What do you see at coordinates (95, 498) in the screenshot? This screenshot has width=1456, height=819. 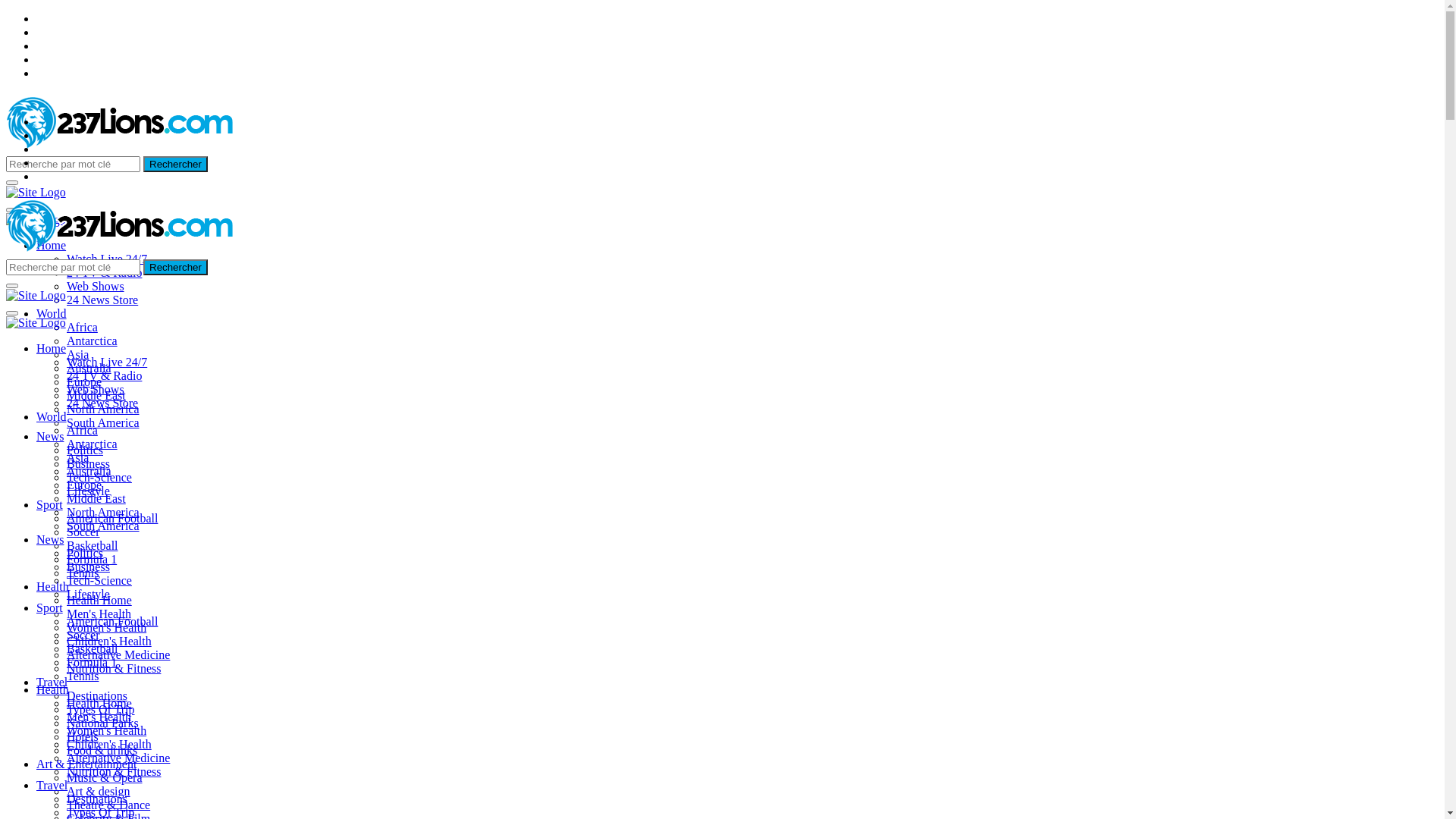 I see `'Middle East'` at bounding box center [95, 498].